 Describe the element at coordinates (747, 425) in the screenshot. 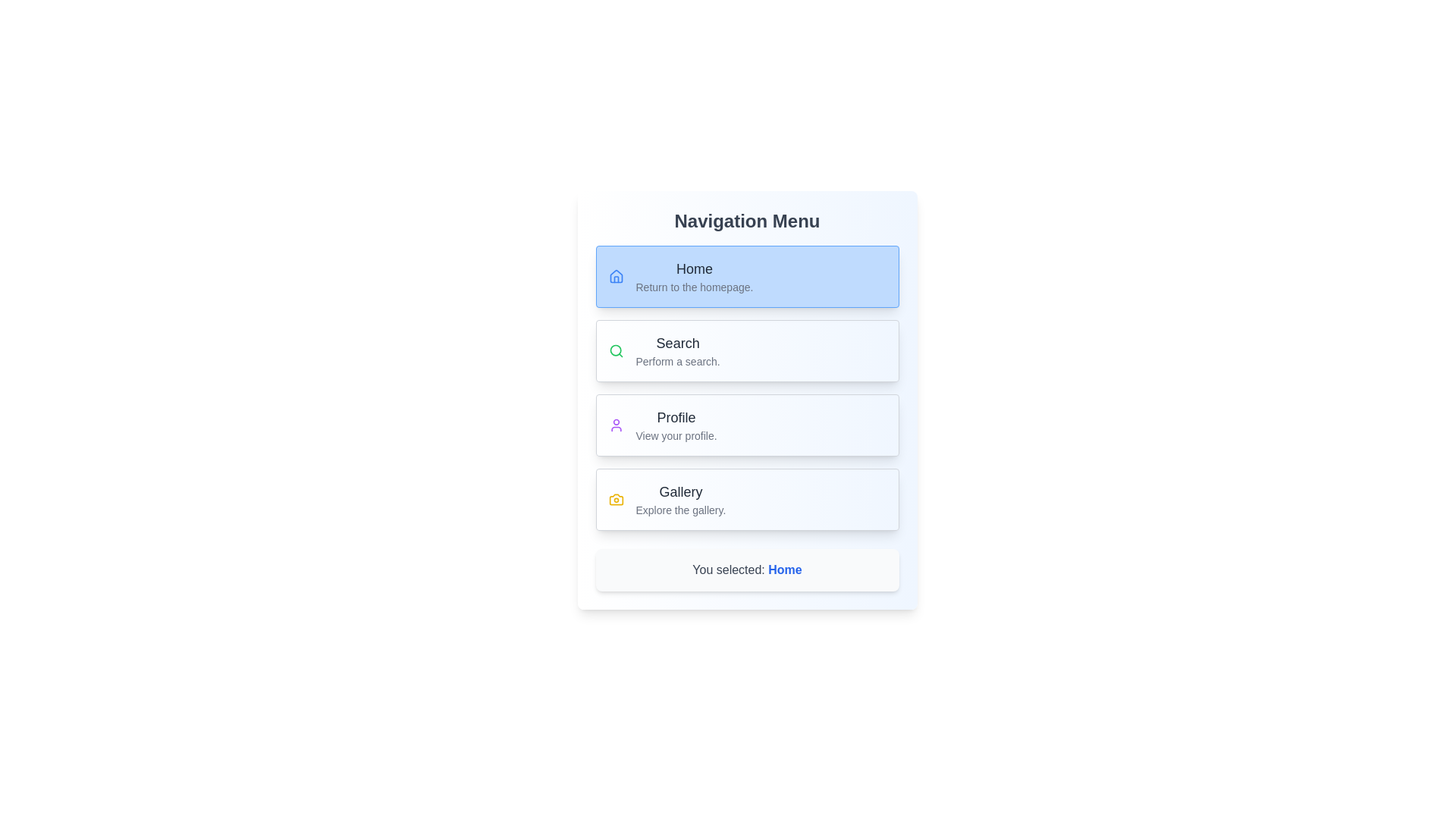

I see `the menu item corresponding to Profile to change the active tab` at that location.